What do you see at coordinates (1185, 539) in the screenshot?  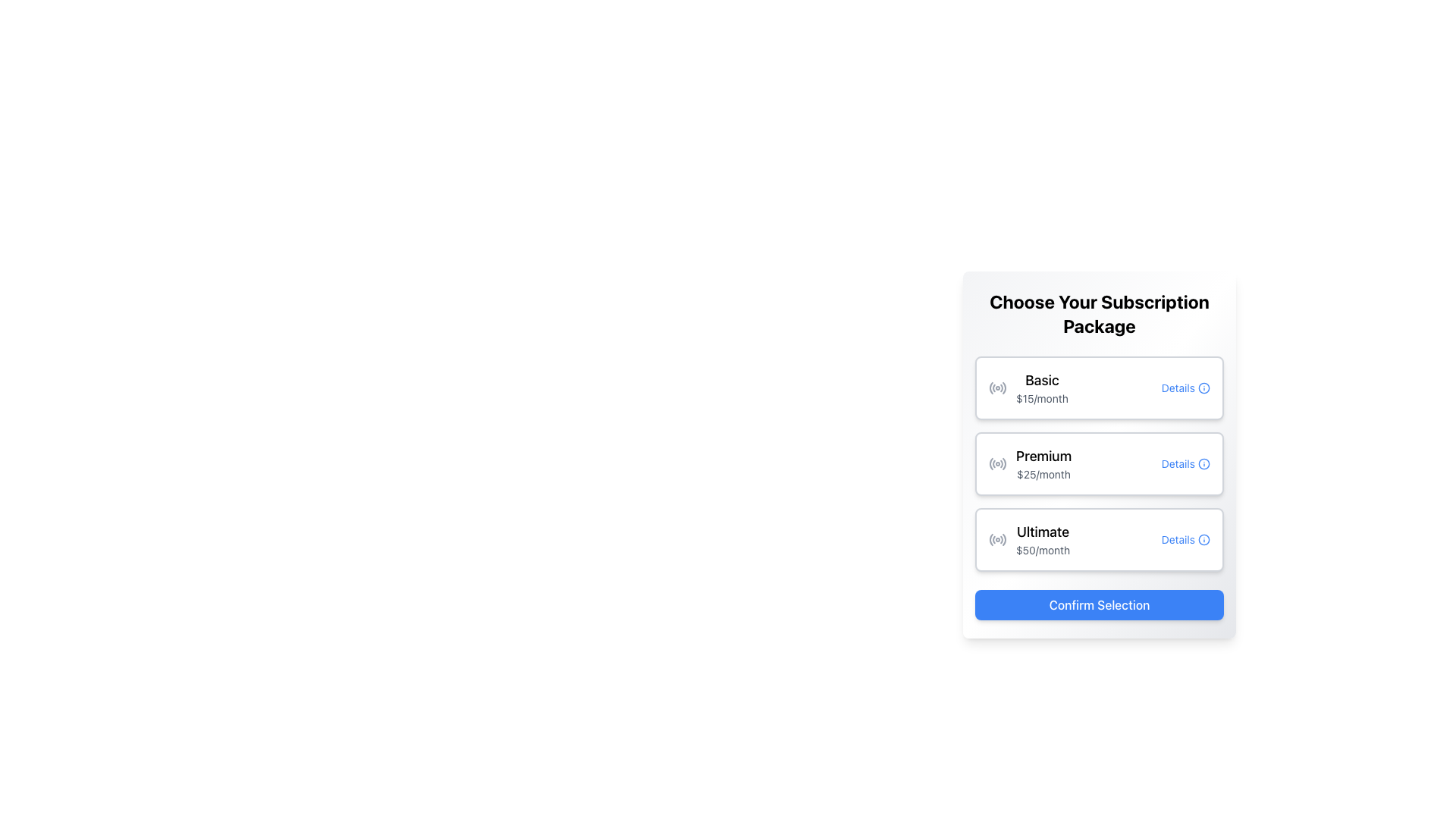 I see `the 'Details' link styled in a small blue font, associated with the '$50/month' Ultimate subscription option` at bounding box center [1185, 539].